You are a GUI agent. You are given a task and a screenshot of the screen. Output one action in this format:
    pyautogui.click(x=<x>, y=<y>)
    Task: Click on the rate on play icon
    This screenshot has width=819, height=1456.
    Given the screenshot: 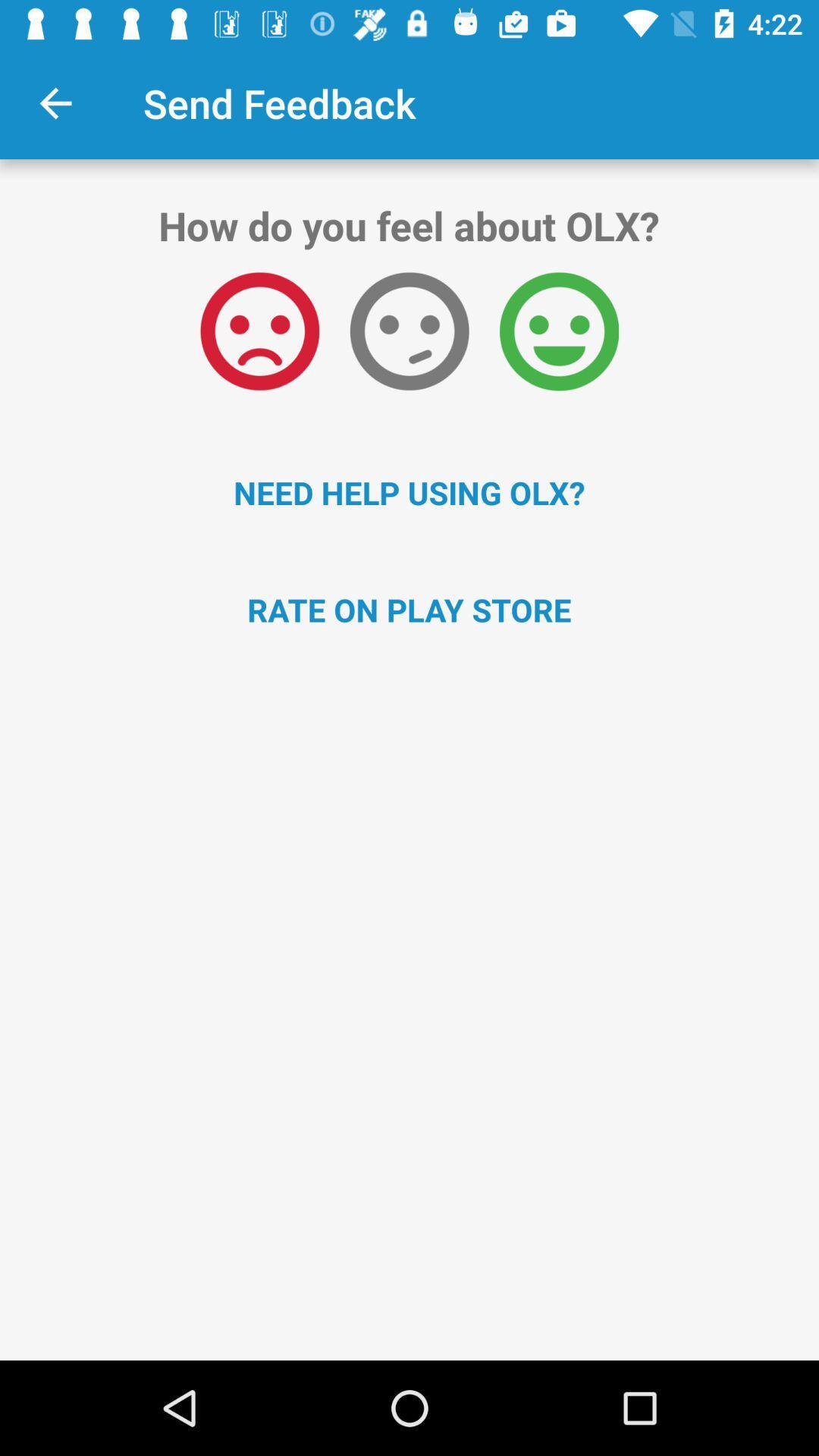 What is the action you would take?
    pyautogui.click(x=409, y=610)
    